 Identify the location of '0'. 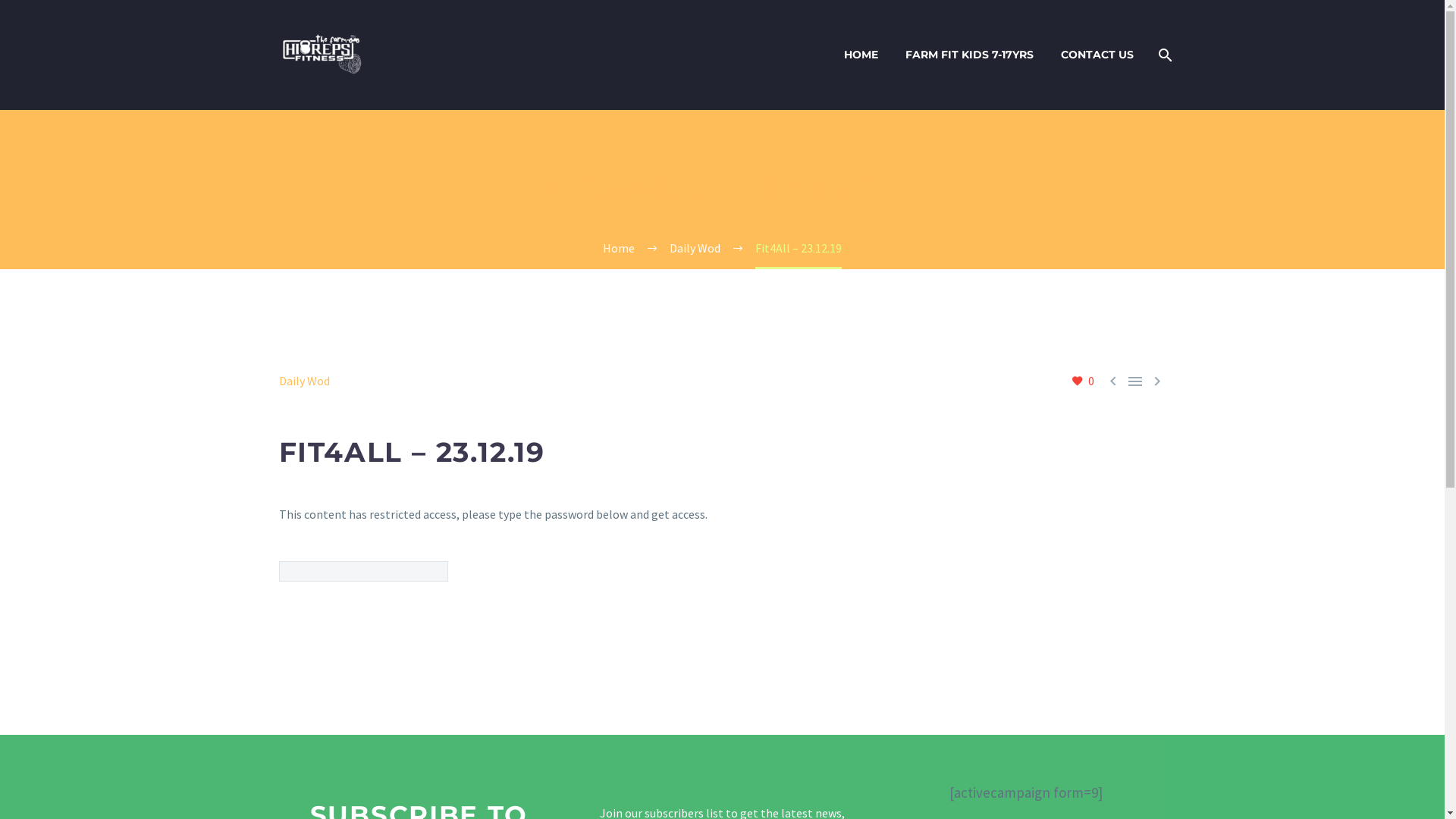
(1081, 380).